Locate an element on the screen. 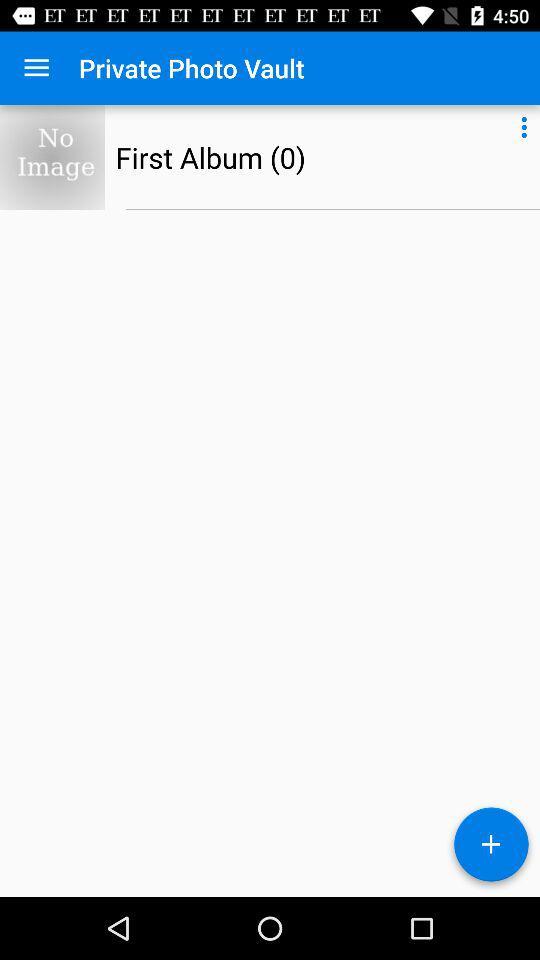 The height and width of the screenshot is (960, 540). a new photo album is located at coordinates (490, 847).